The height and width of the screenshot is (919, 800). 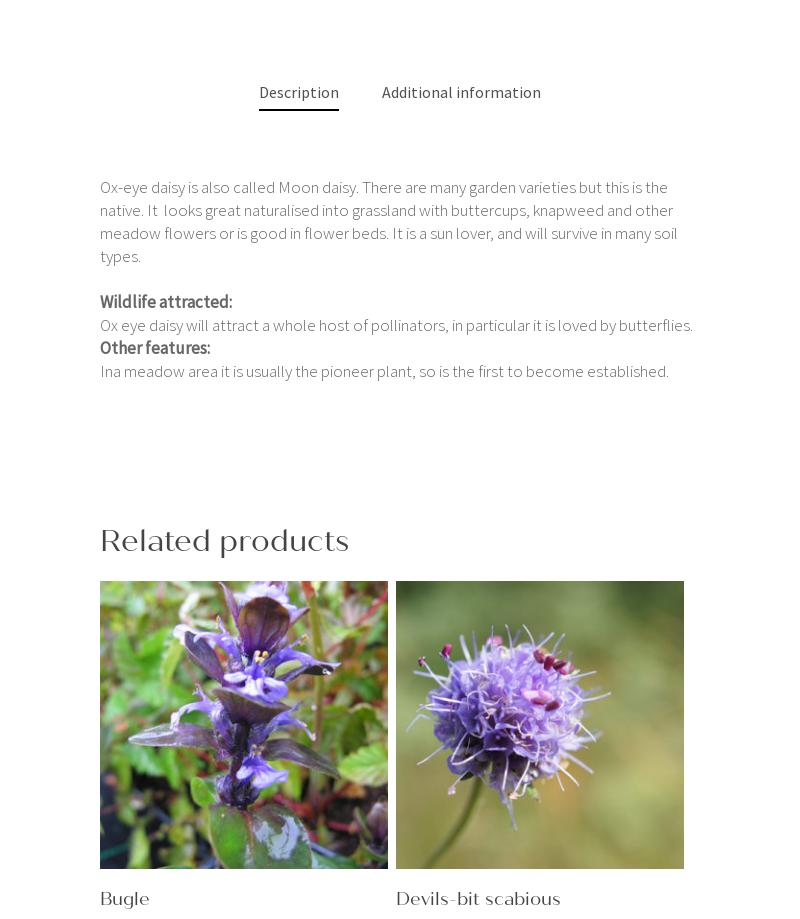 What do you see at coordinates (299, 90) in the screenshot?
I see `'Description'` at bounding box center [299, 90].